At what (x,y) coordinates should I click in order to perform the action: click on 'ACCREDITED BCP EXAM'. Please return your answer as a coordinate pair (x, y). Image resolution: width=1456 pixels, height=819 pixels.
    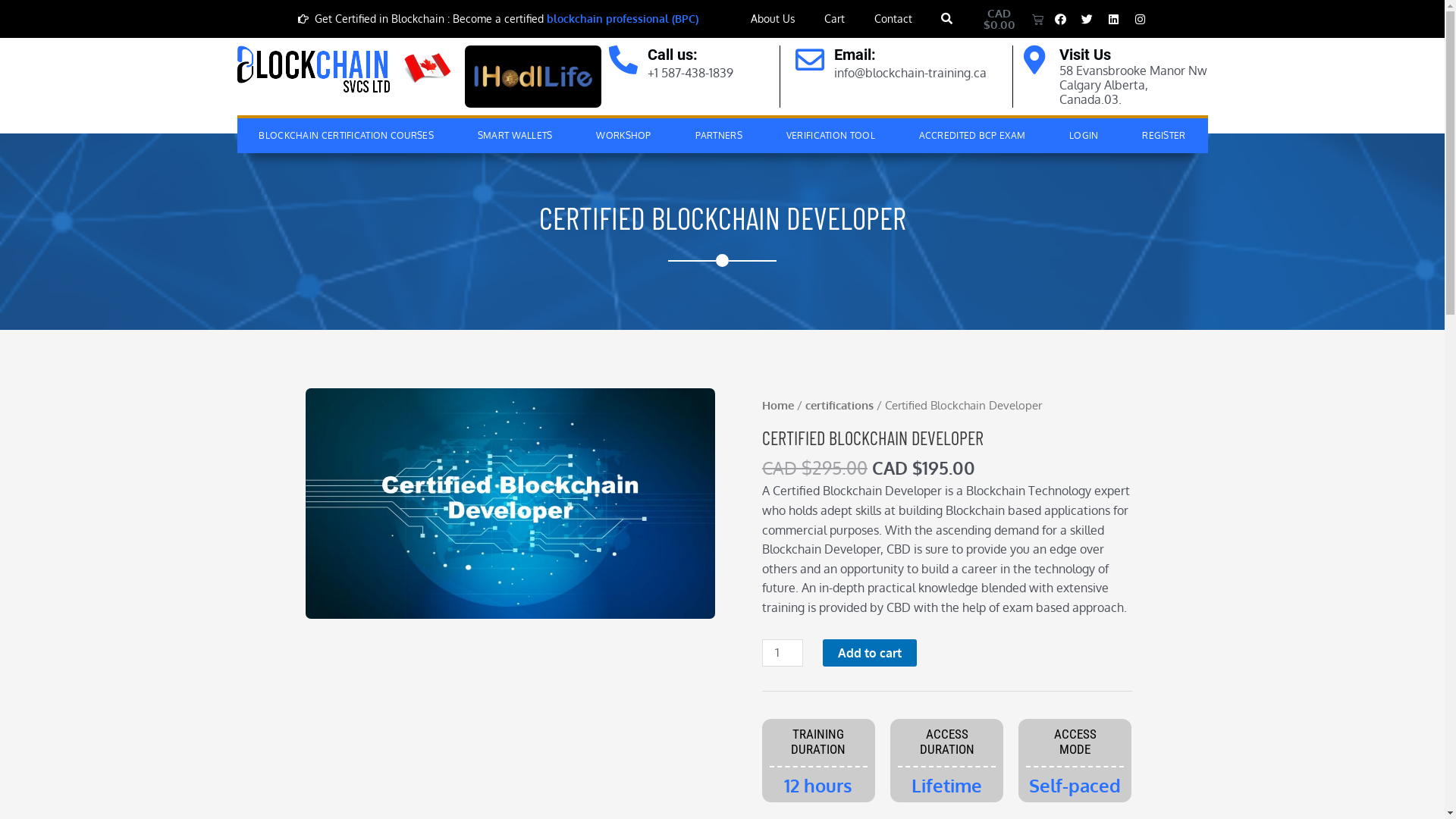
    Looking at the image, I should click on (896, 134).